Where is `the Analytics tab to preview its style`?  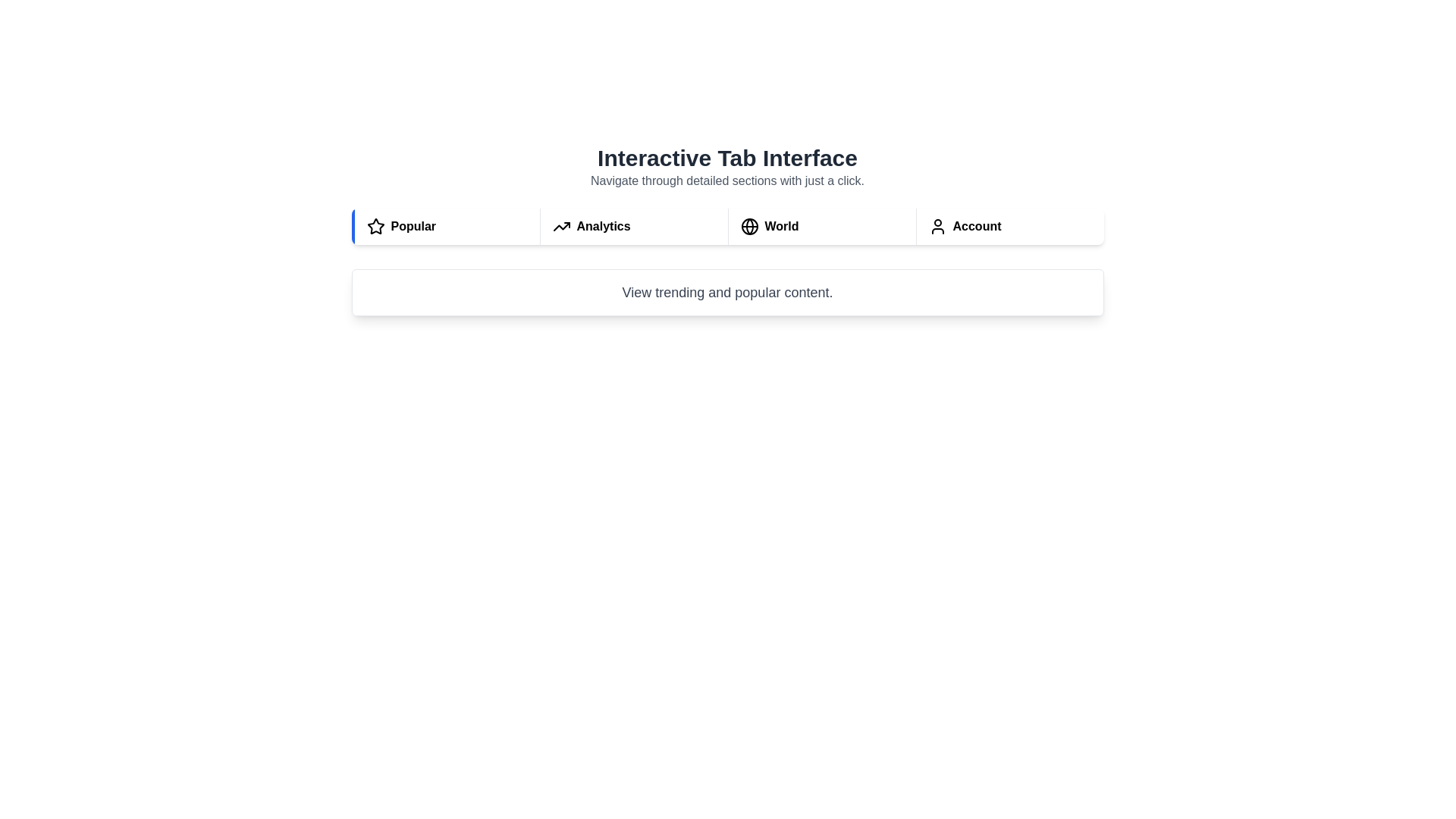 the Analytics tab to preview its style is located at coordinates (633, 227).